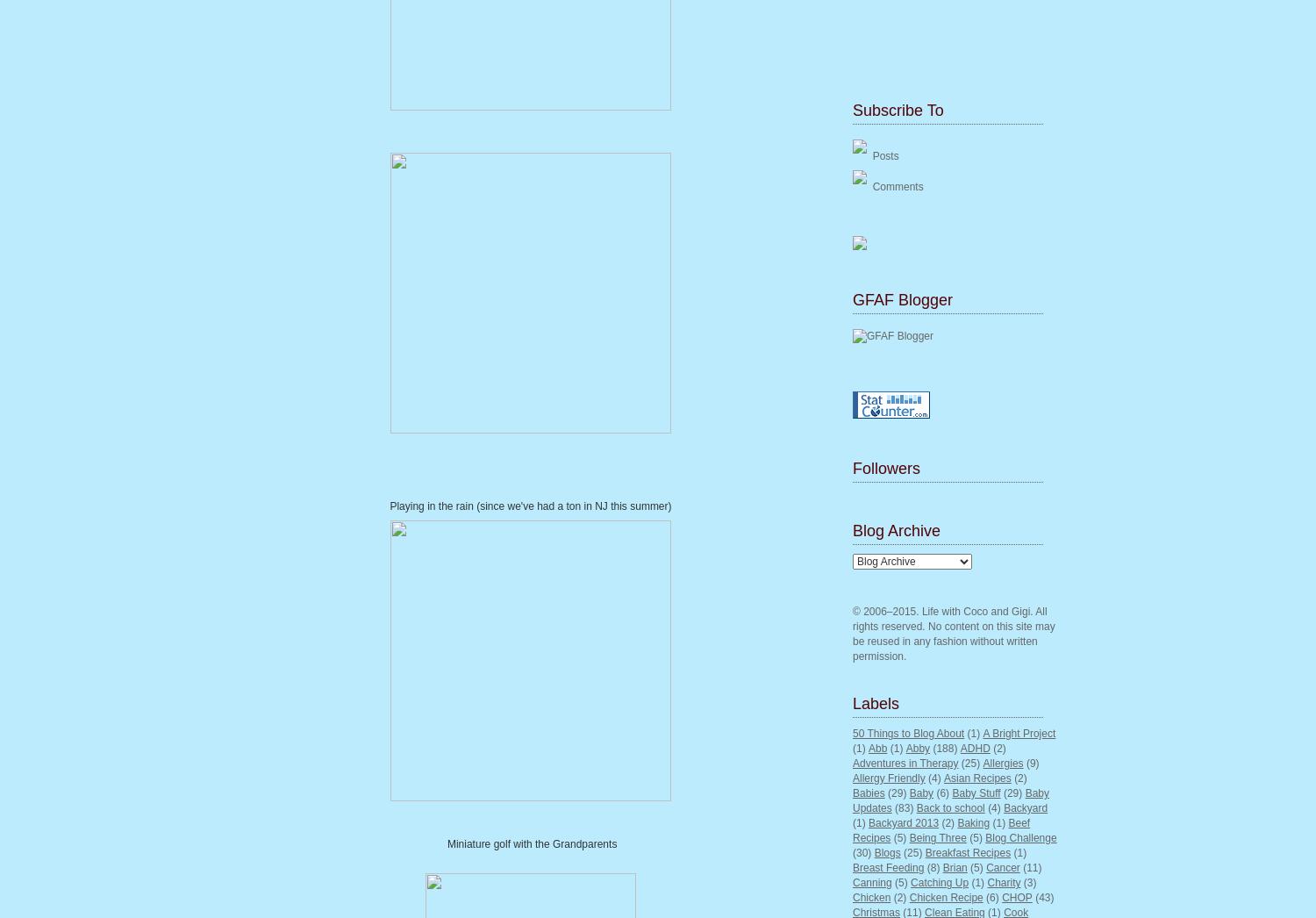  Describe the element at coordinates (984, 866) in the screenshot. I see `'Cancer'` at that location.